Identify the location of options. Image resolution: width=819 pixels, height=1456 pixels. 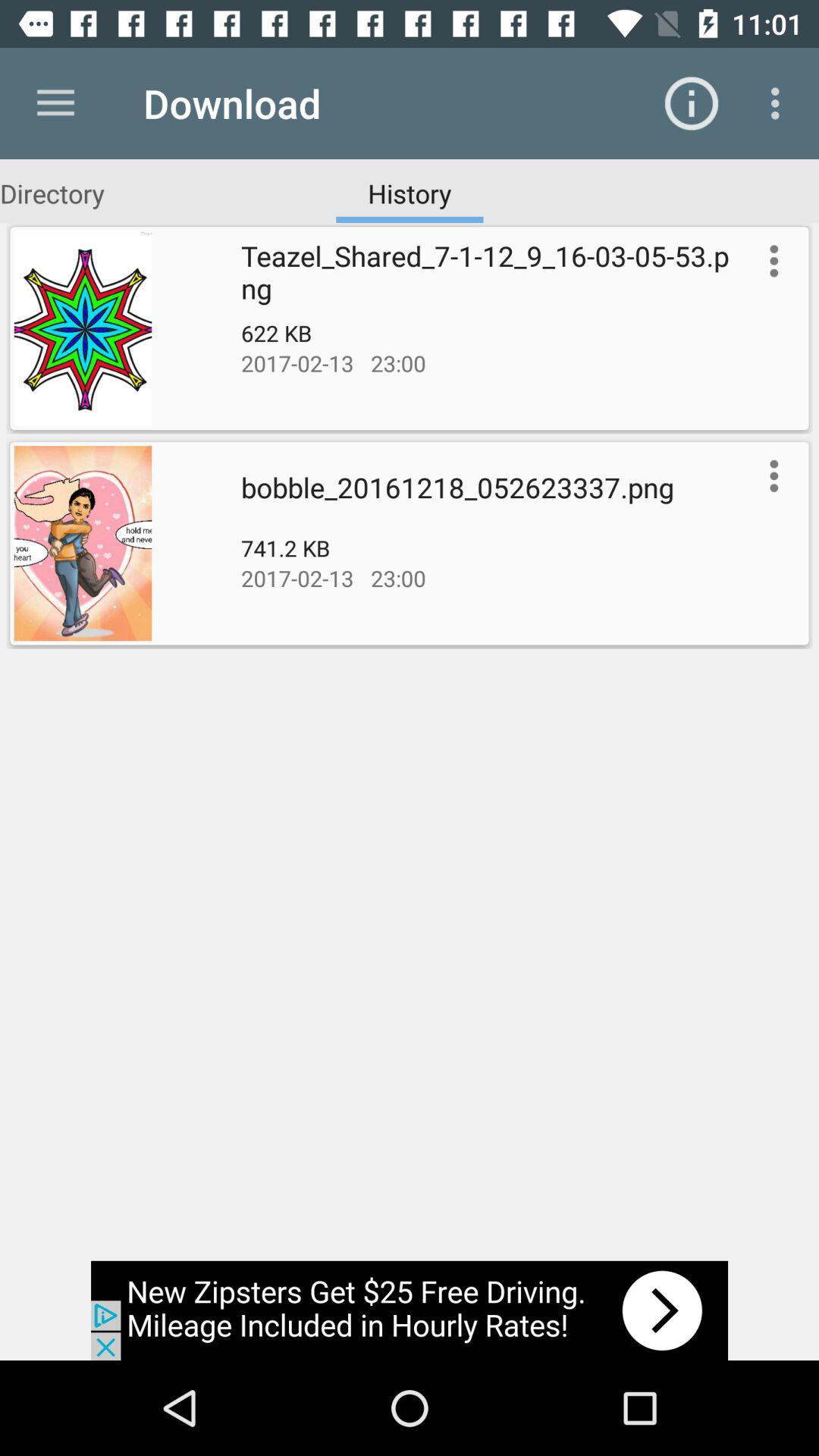
(770, 261).